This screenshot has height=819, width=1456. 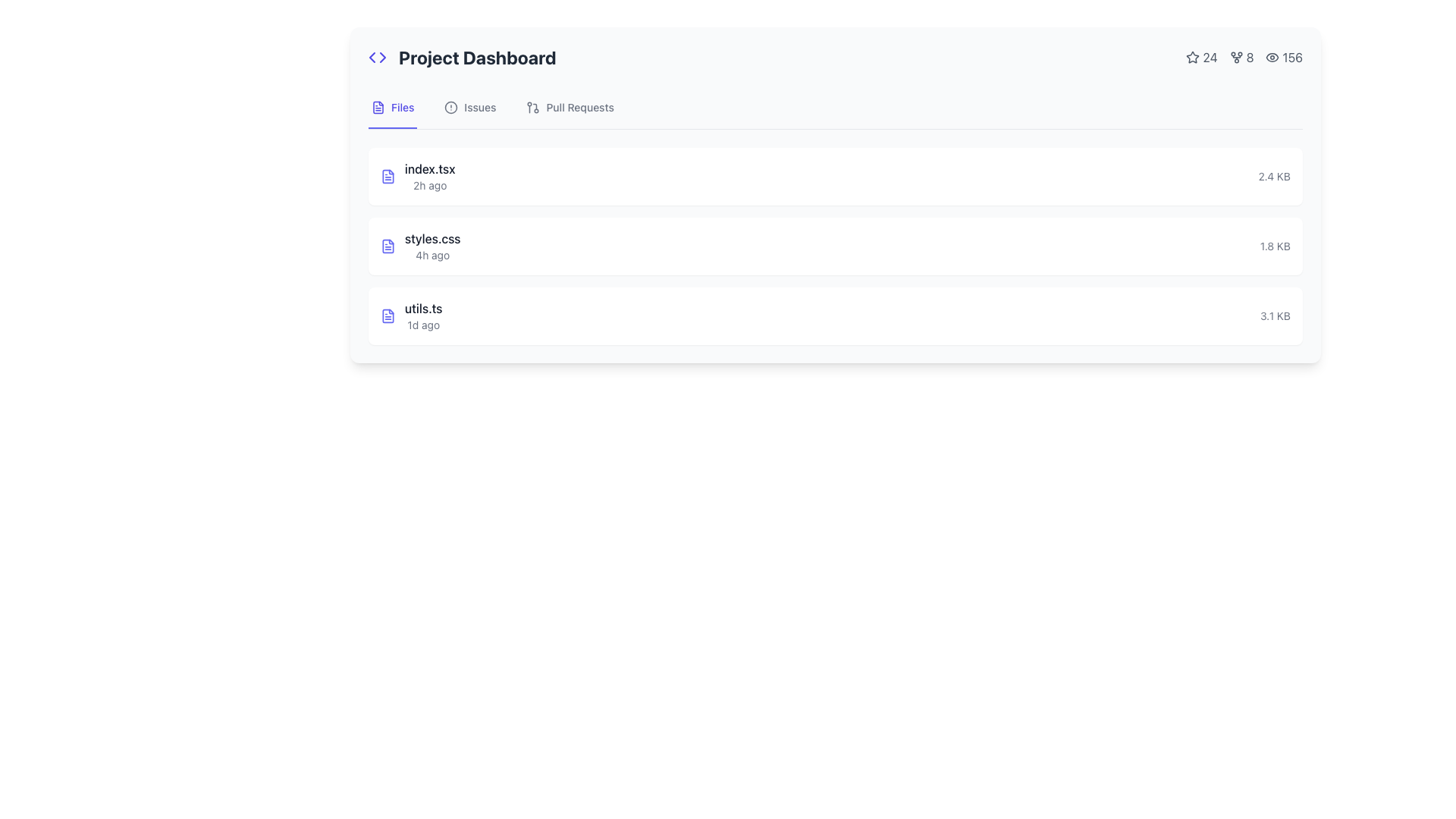 What do you see at coordinates (388, 245) in the screenshot?
I see `the indigo file icon representing 'styles.css' in the second row of the file listing section` at bounding box center [388, 245].